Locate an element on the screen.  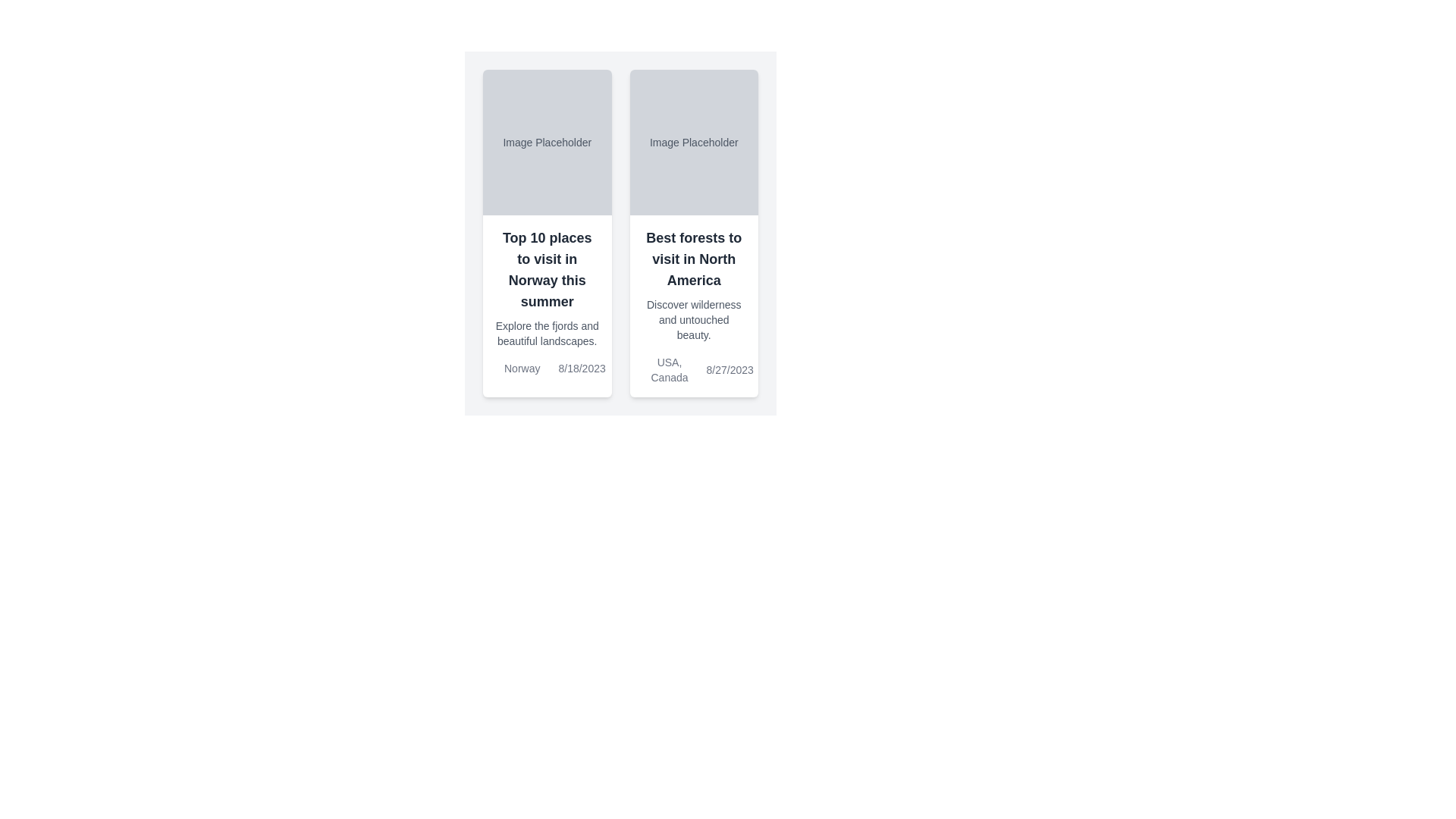
the static text label displaying 'Image Placeholder' located in the upper gray area of the second card is located at coordinates (693, 143).